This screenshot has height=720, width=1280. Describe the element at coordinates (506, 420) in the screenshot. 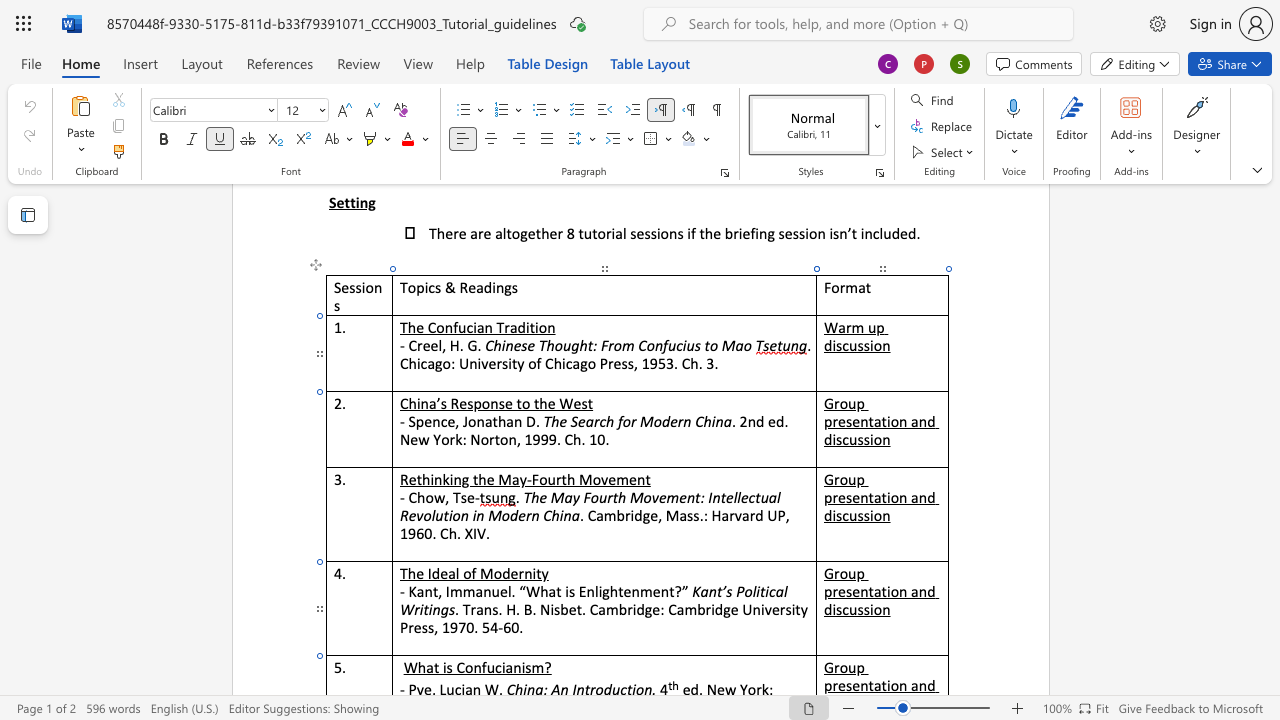

I see `the space between the continuous character "h" and "a" in the text` at that location.